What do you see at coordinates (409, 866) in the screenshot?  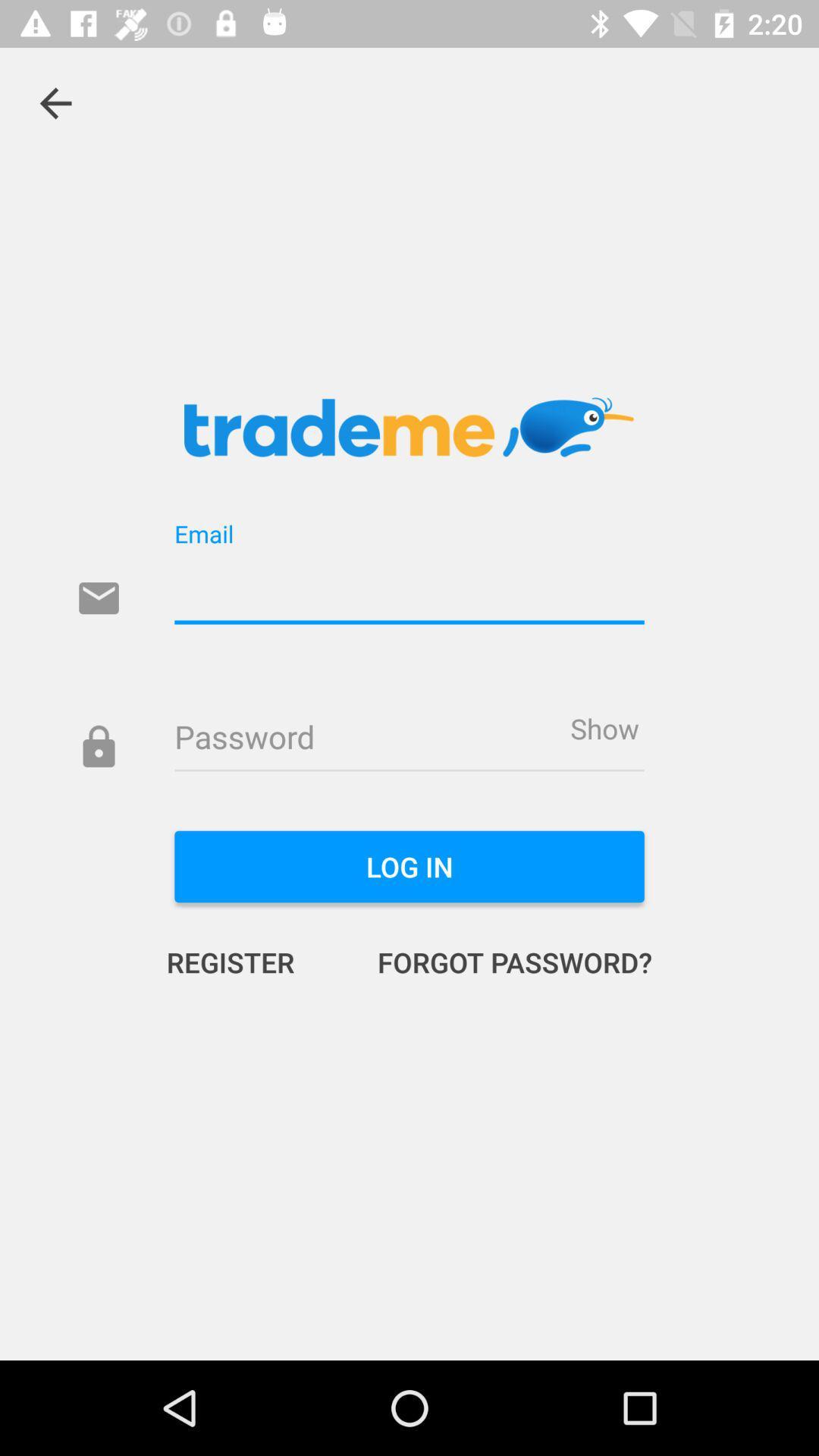 I see `log in icon` at bounding box center [409, 866].